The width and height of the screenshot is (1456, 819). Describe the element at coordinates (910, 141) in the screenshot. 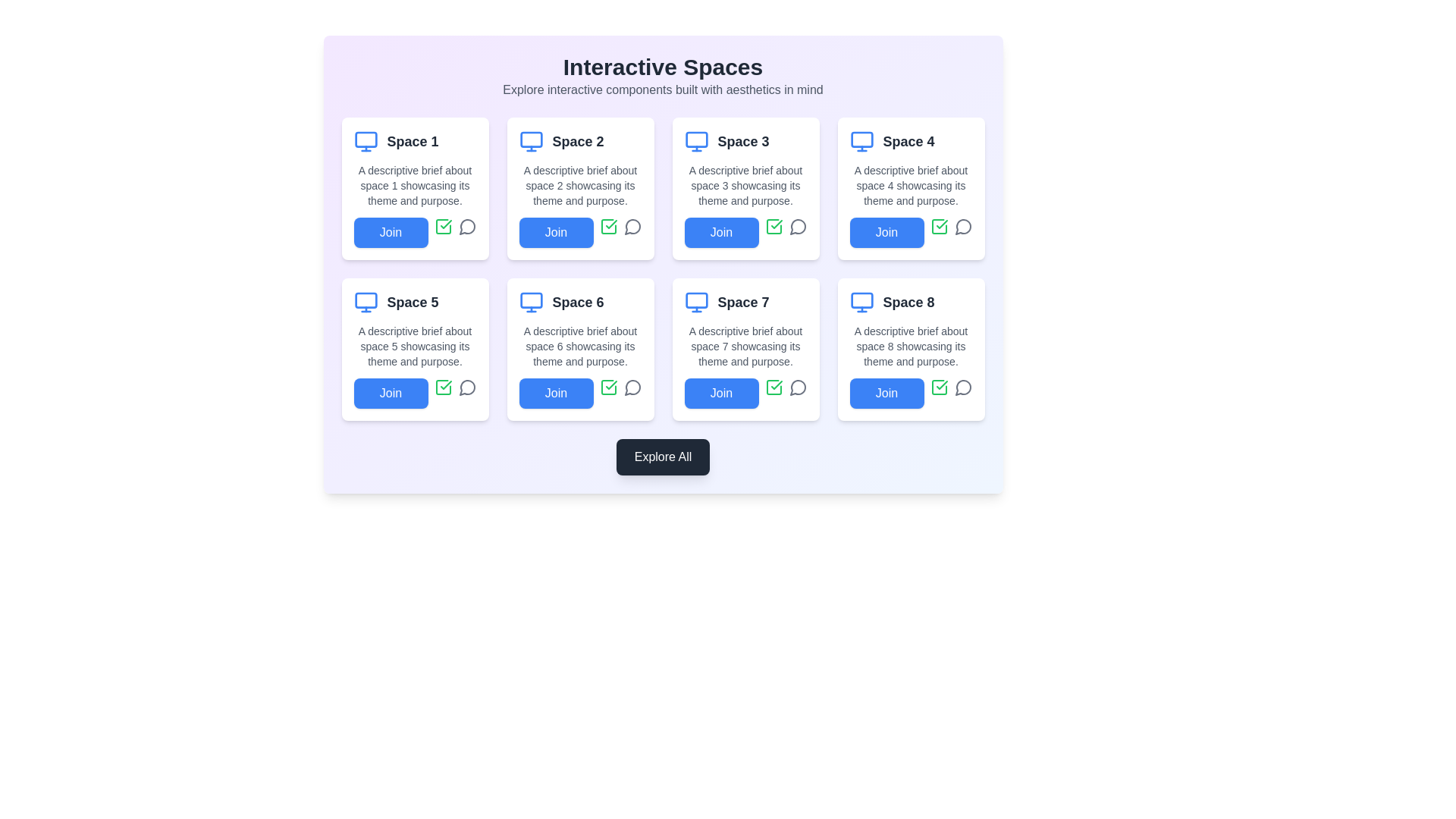

I see `the Header element titled 'Space 4' with a blue computer icon, located in the fourth card of the top row, second column of the matrix` at that location.